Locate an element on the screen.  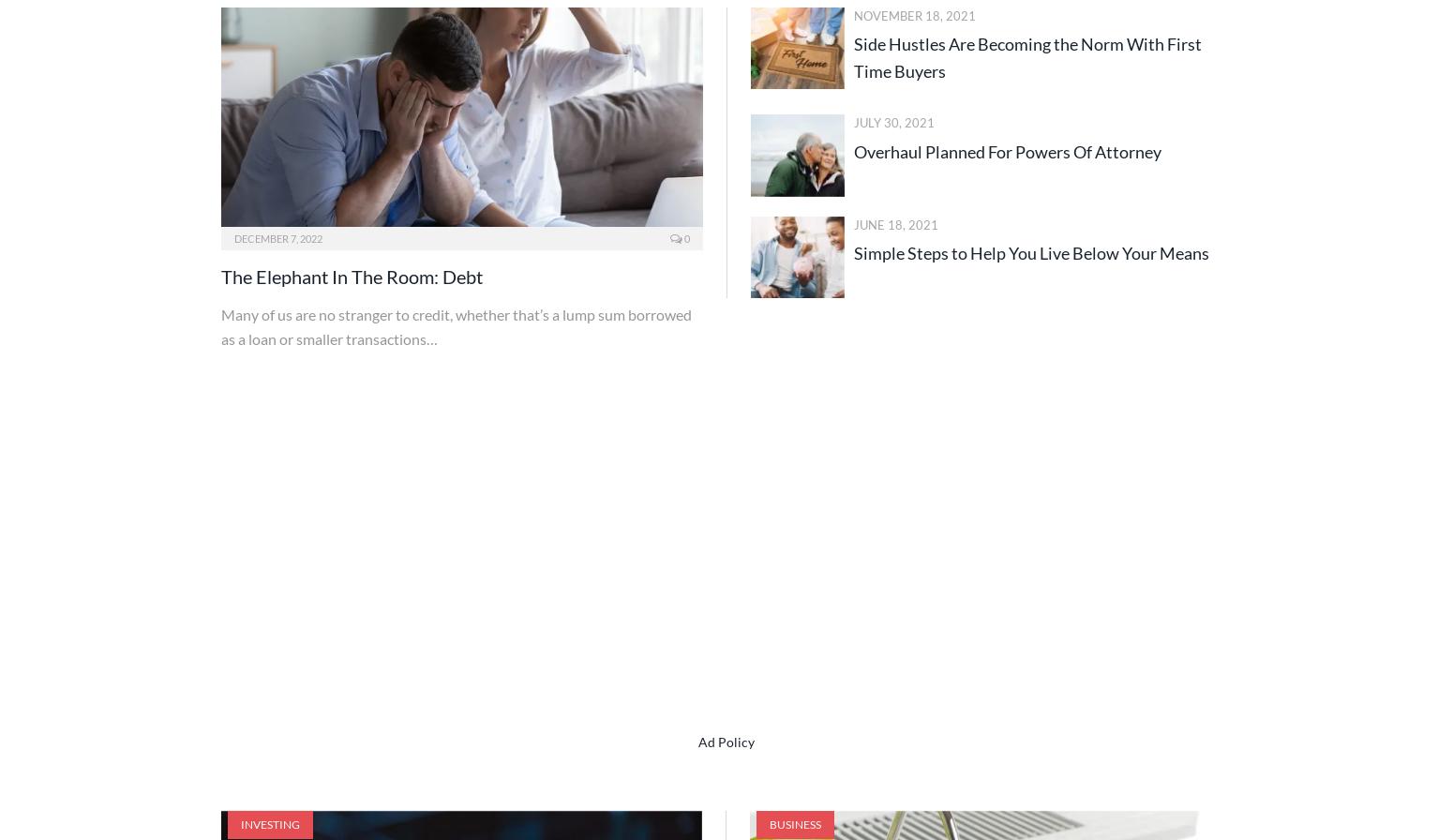
'December 7, 2022' is located at coordinates (277, 238).